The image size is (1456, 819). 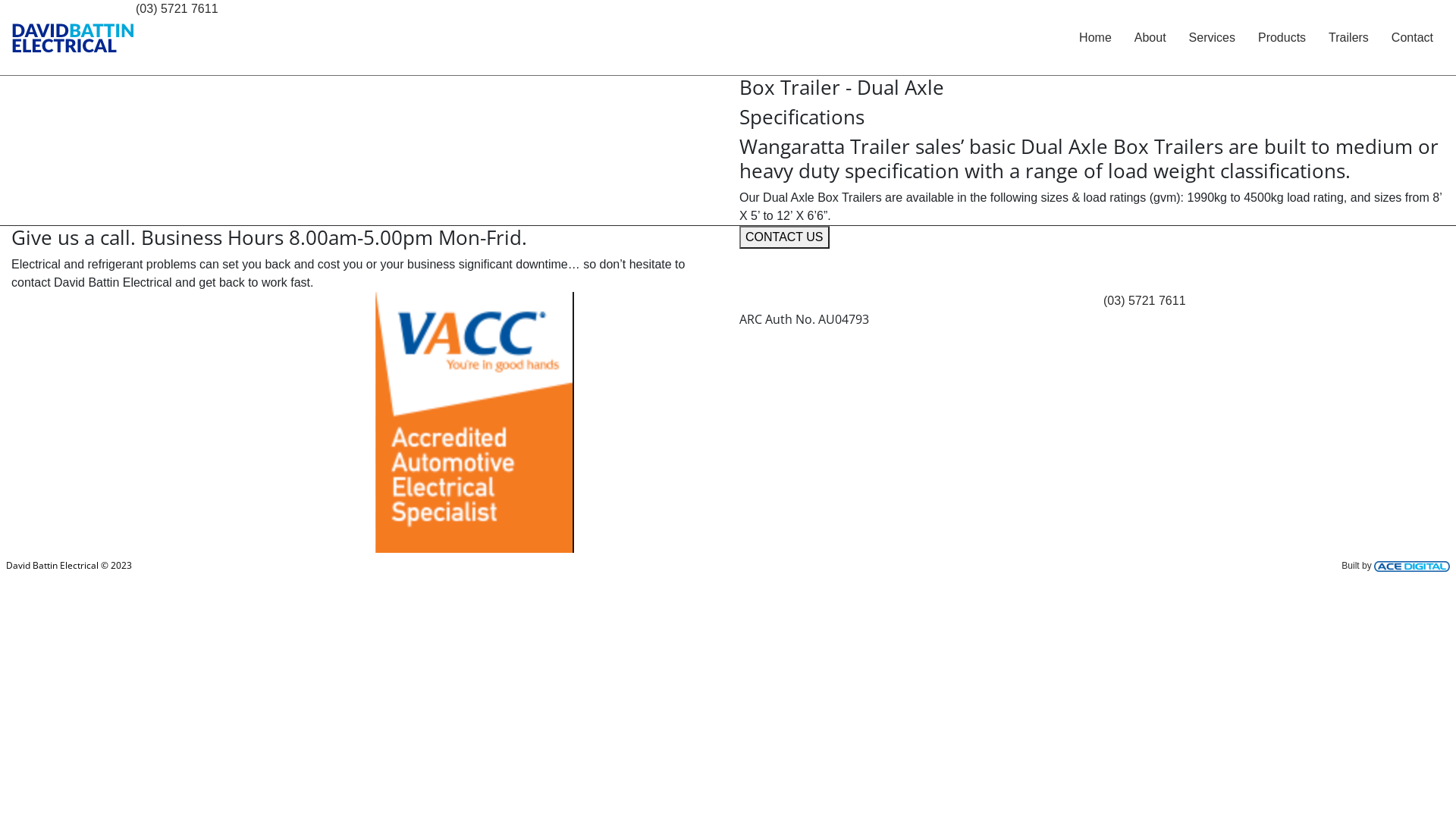 I want to click on 'About', so click(x=1150, y=37).